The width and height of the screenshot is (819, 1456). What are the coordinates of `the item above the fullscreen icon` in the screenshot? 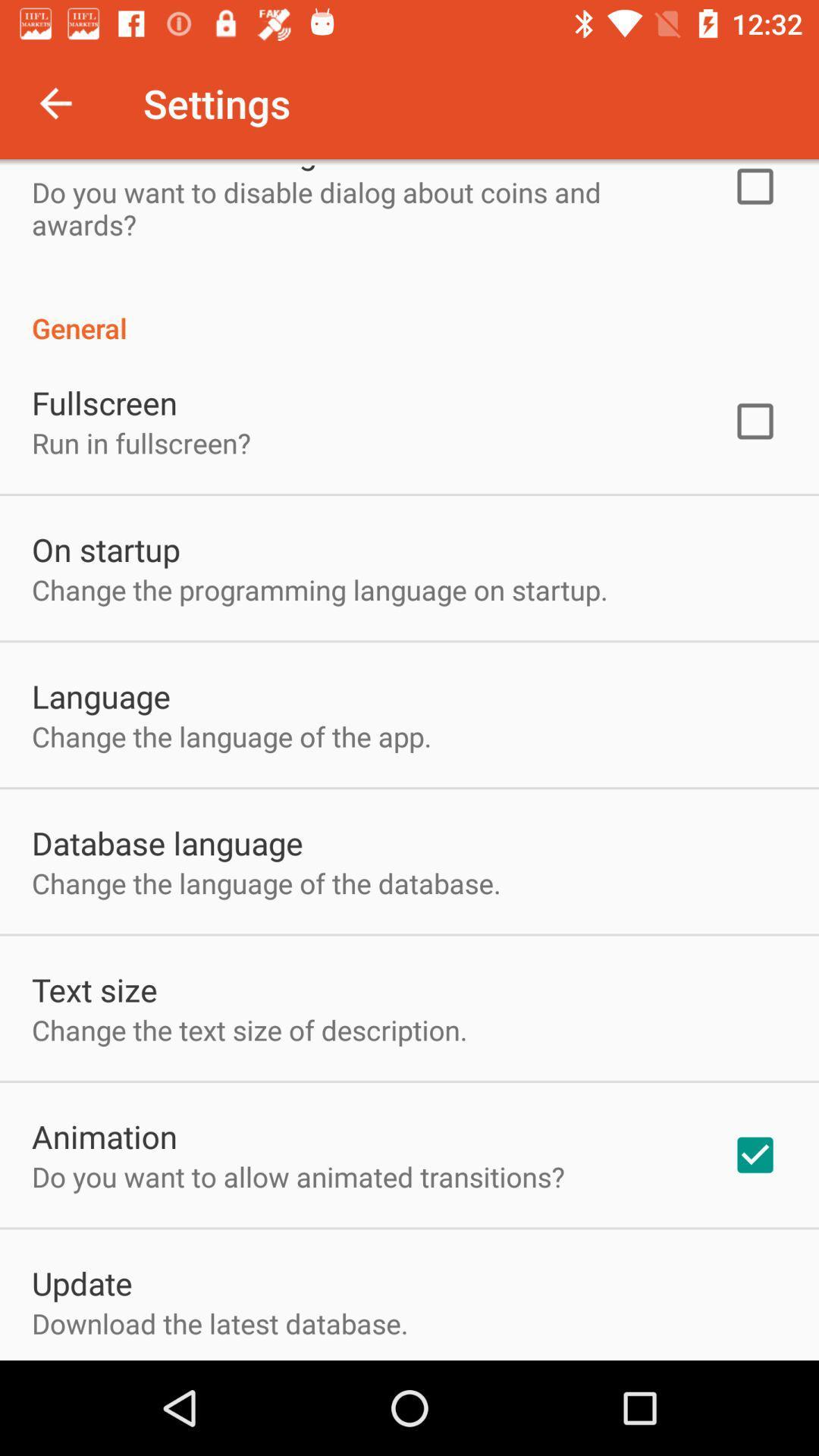 It's located at (409, 311).